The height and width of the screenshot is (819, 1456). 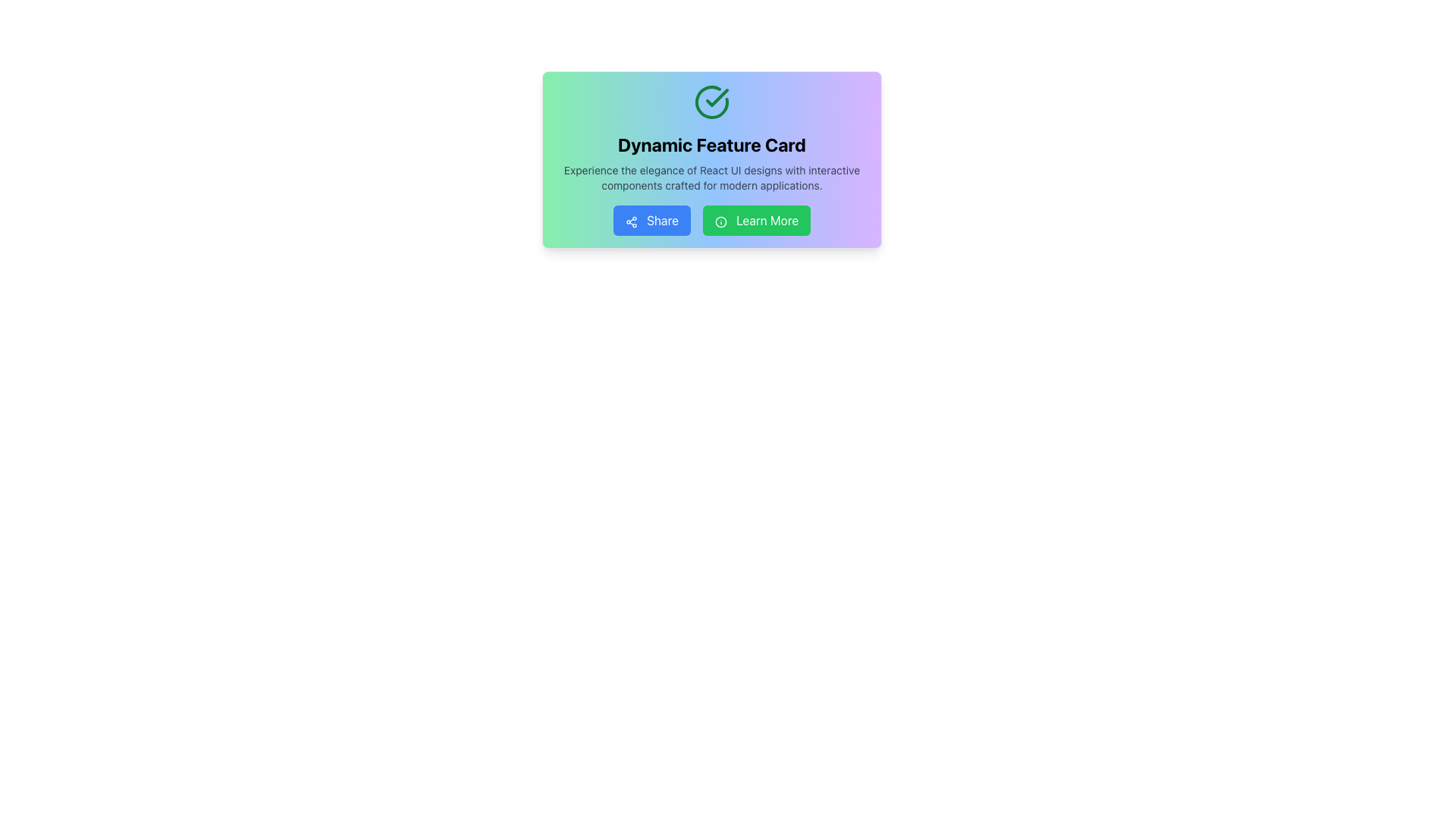 I want to click on the Decorative Icon inside the blue 'Share' button located at the bottom left of the 'Dynamic Feature Card', so click(x=631, y=221).